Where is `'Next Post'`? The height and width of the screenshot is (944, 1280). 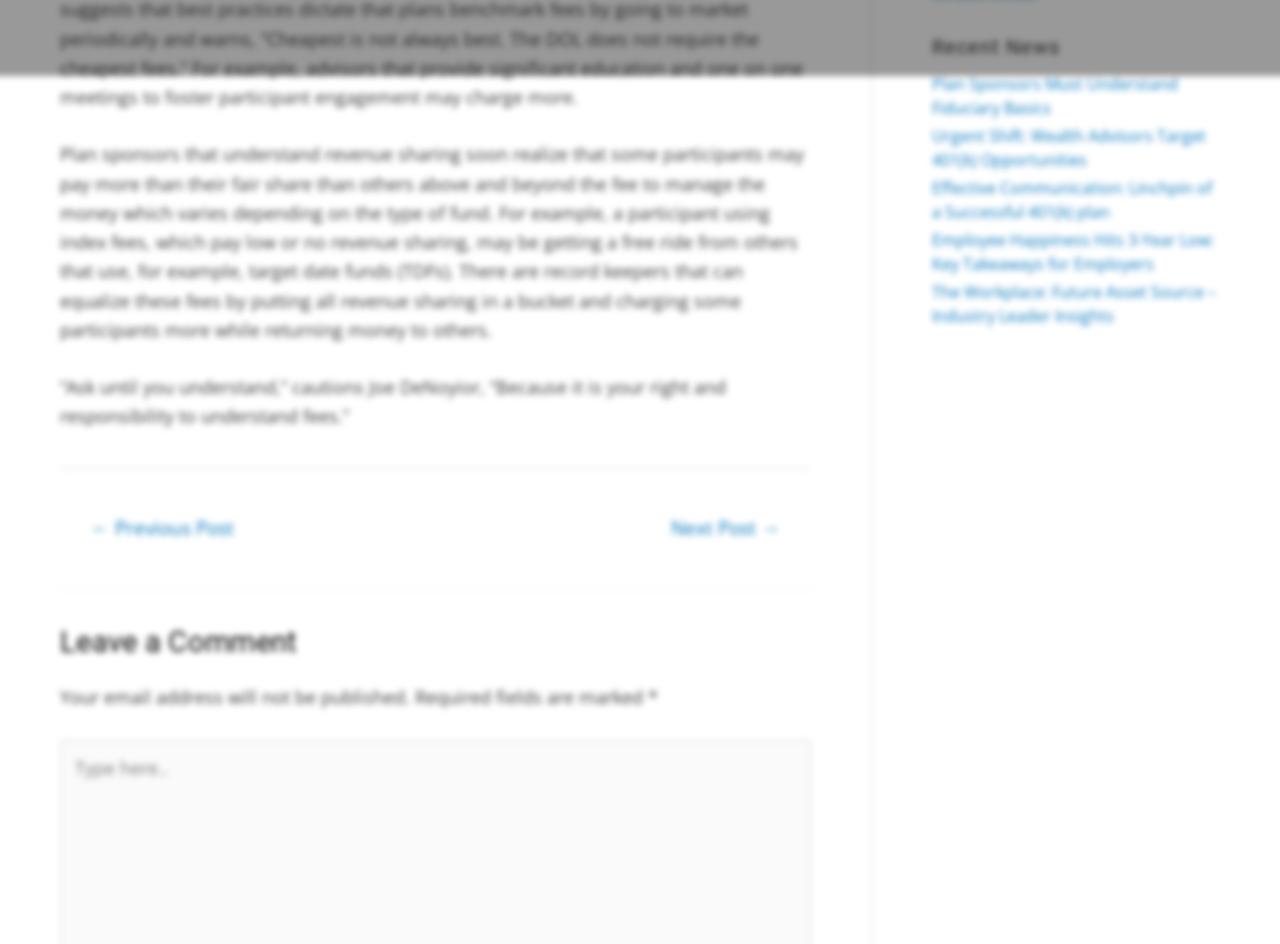 'Next Post' is located at coordinates (716, 526).